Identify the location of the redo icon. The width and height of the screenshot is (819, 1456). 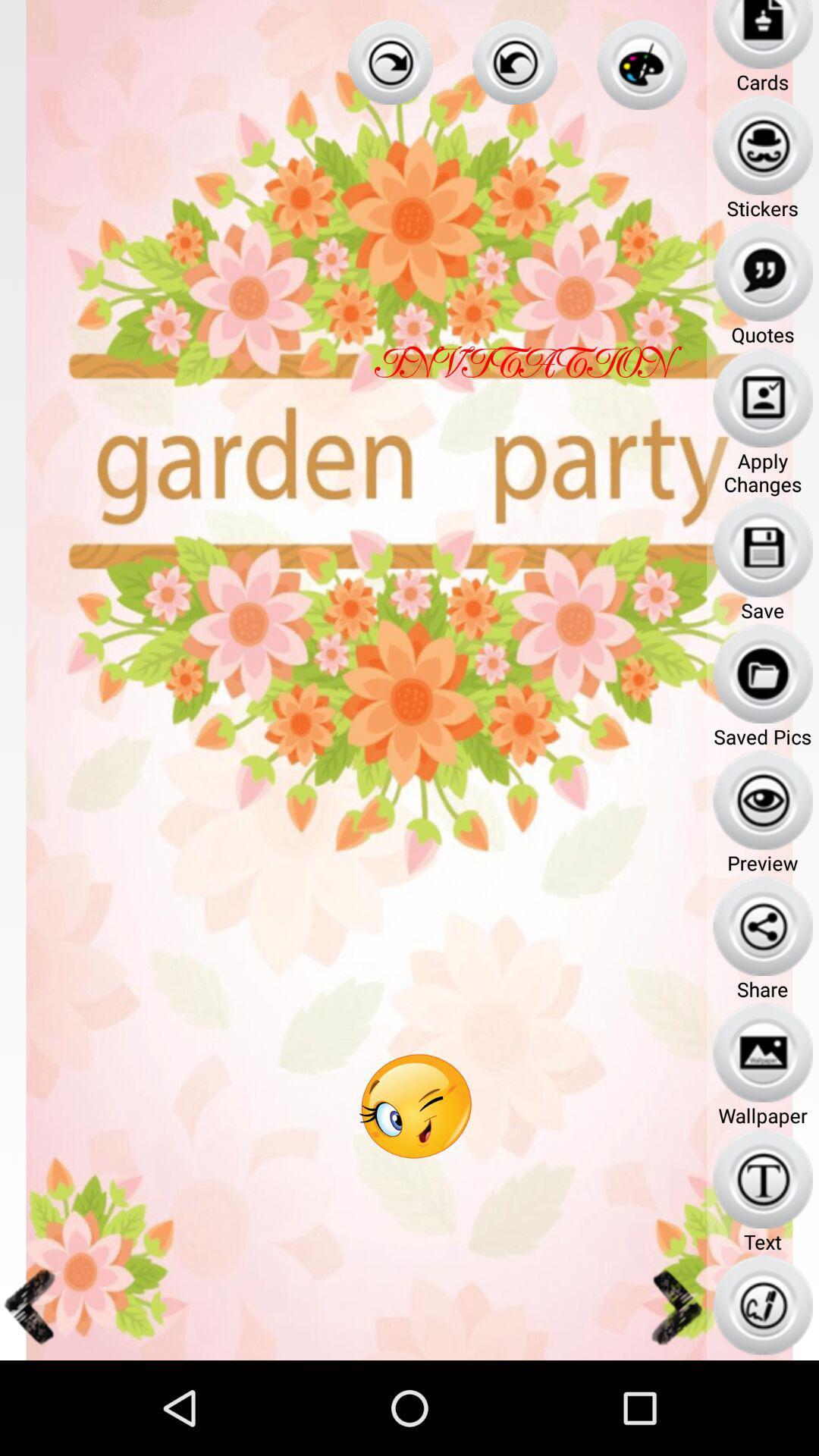
(389, 65).